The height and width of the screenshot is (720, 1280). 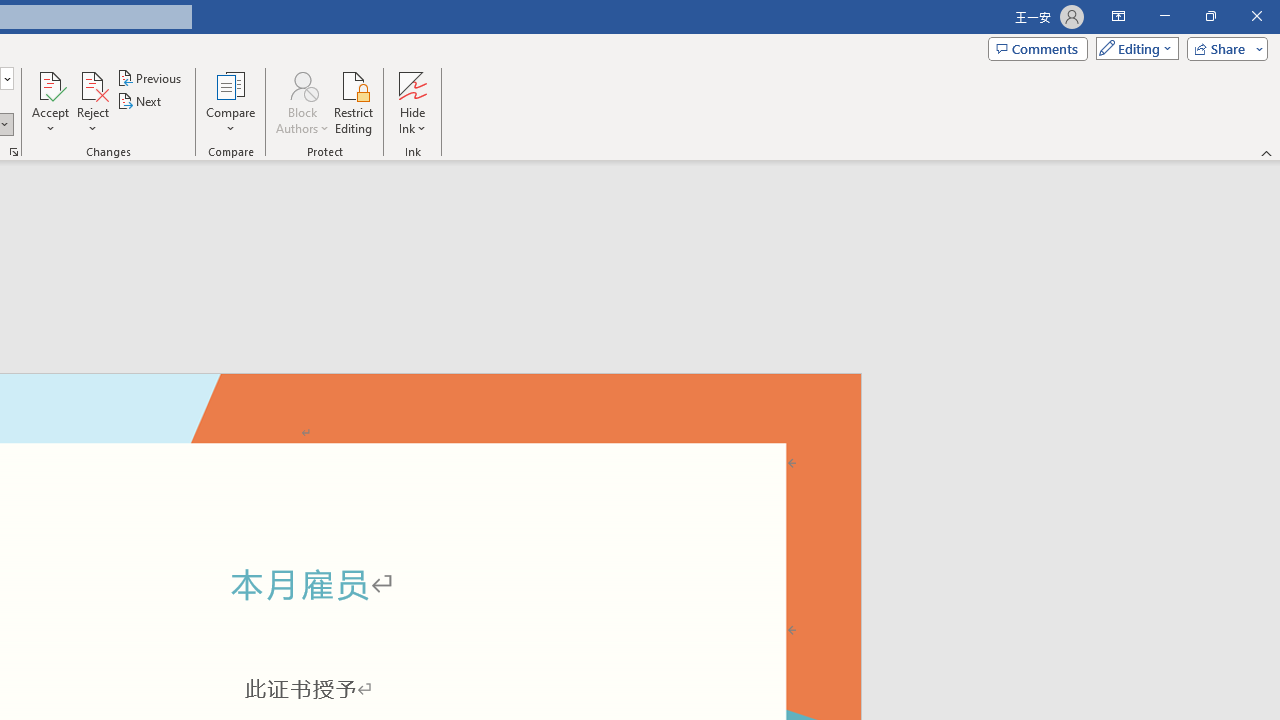 I want to click on 'Restrict Editing', so click(x=353, y=103).